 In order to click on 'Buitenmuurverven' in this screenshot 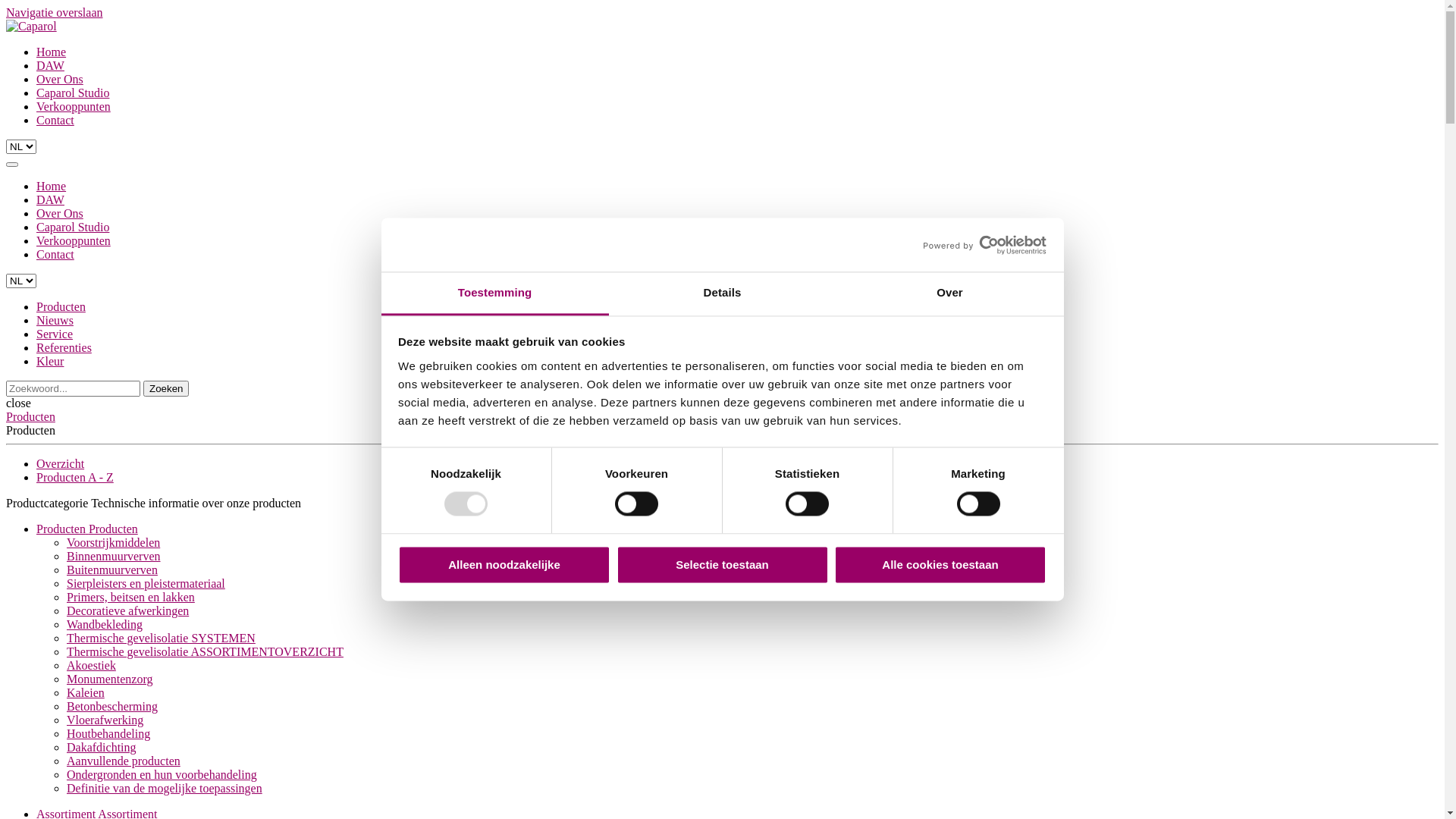, I will do `click(111, 570)`.